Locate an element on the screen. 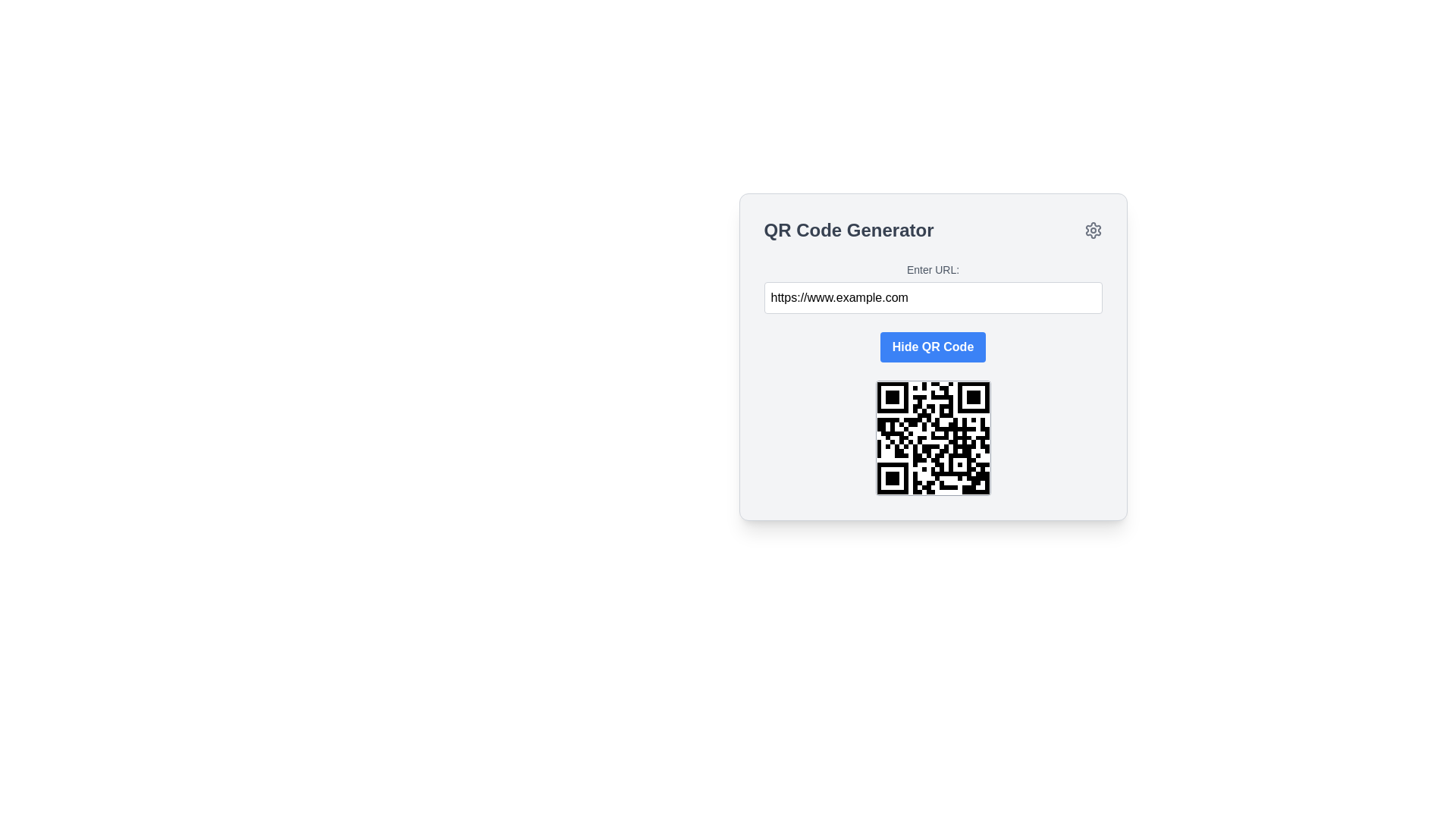 This screenshot has width=1456, height=819. the rectangular button with a blue background and white text that reads 'Hide QR Code' to change its background shade is located at coordinates (932, 347).